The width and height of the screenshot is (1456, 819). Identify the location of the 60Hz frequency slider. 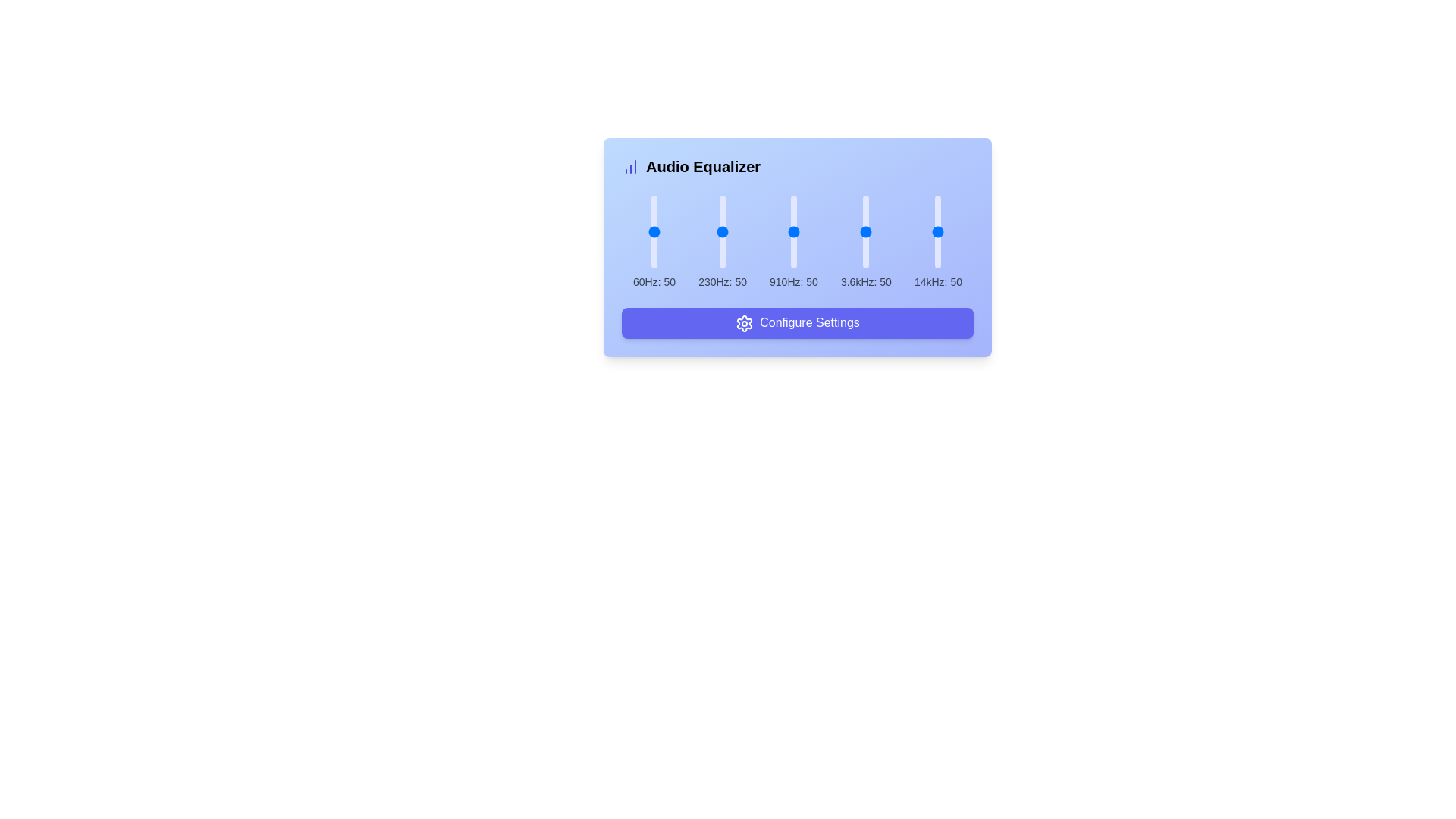
(654, 237).